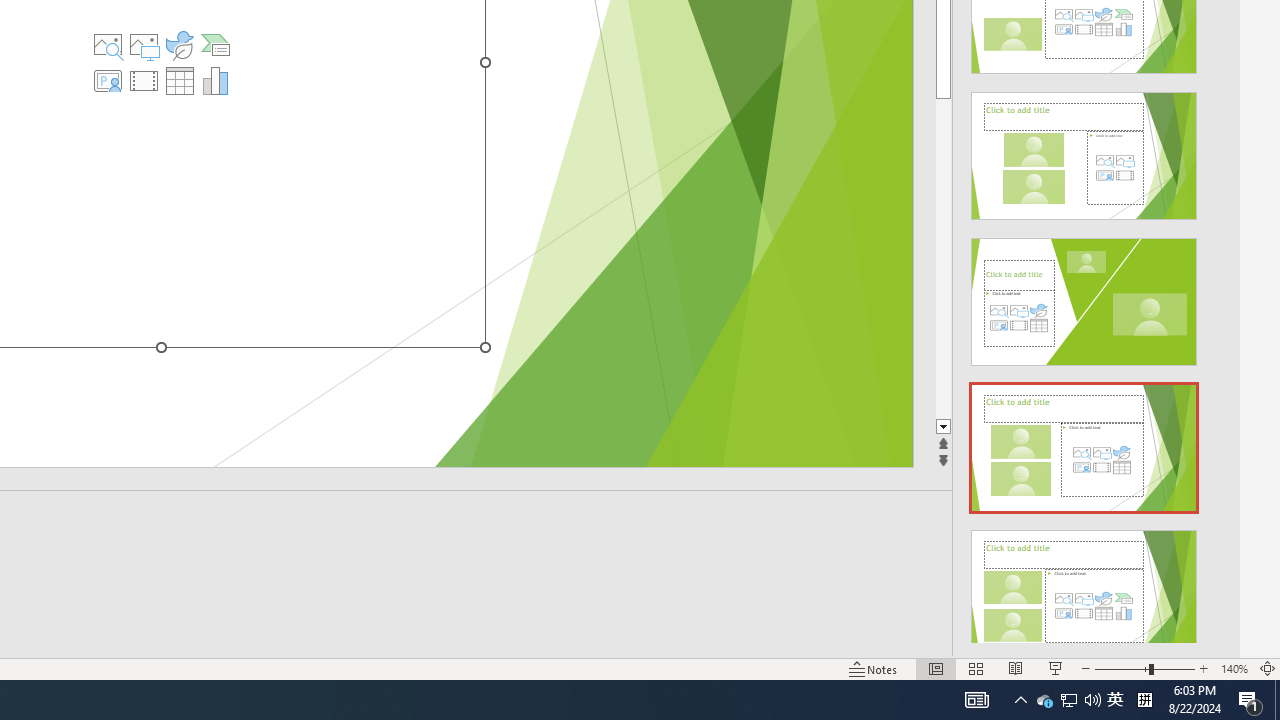  What do you see at coordinates (143, 45) in the screenshot?
I see `'Pictures'` at bounding box center [143, 45].